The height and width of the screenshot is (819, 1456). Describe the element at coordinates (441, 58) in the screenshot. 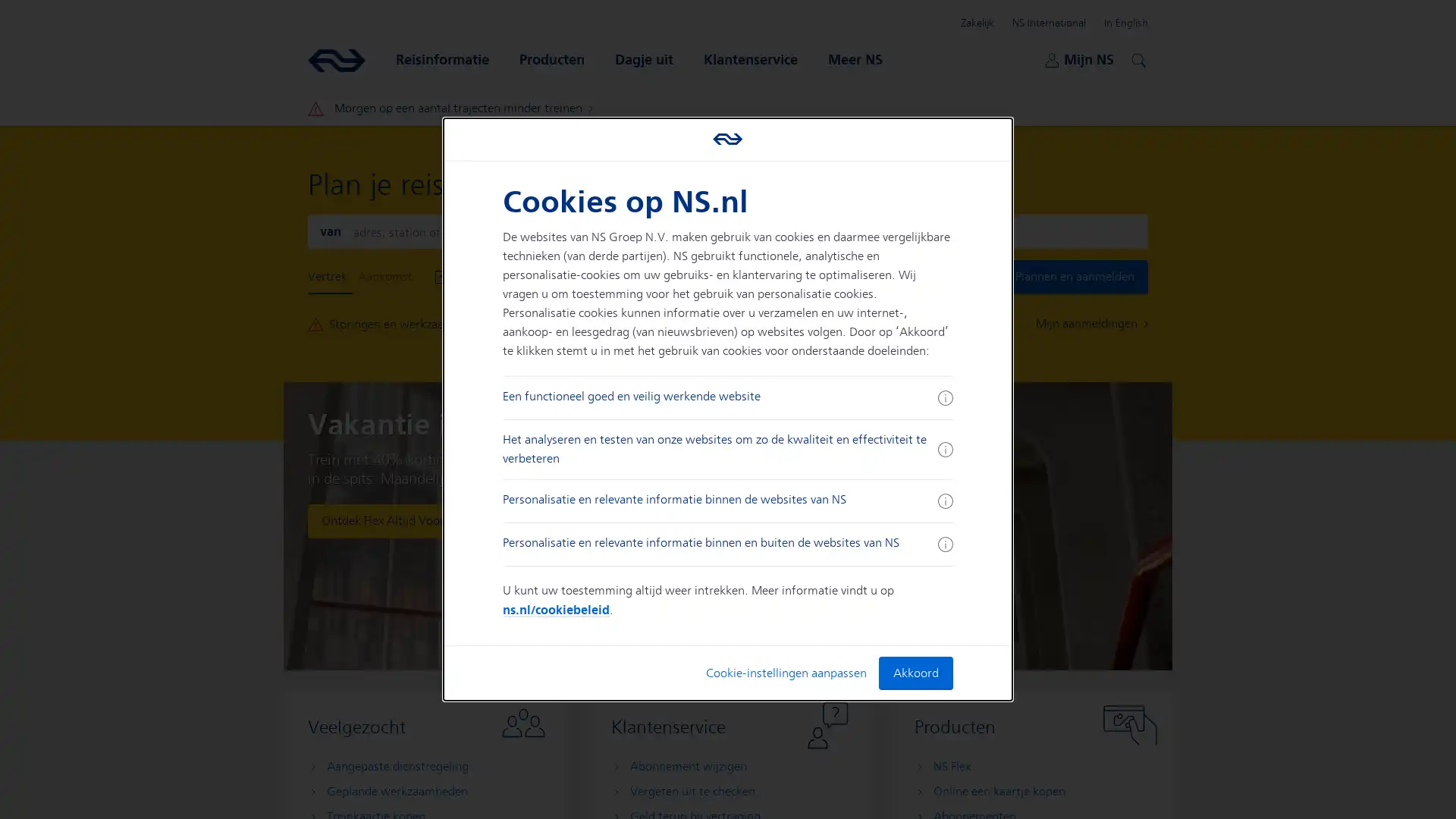

I see `Reisinformatie Open submenu` at that location.